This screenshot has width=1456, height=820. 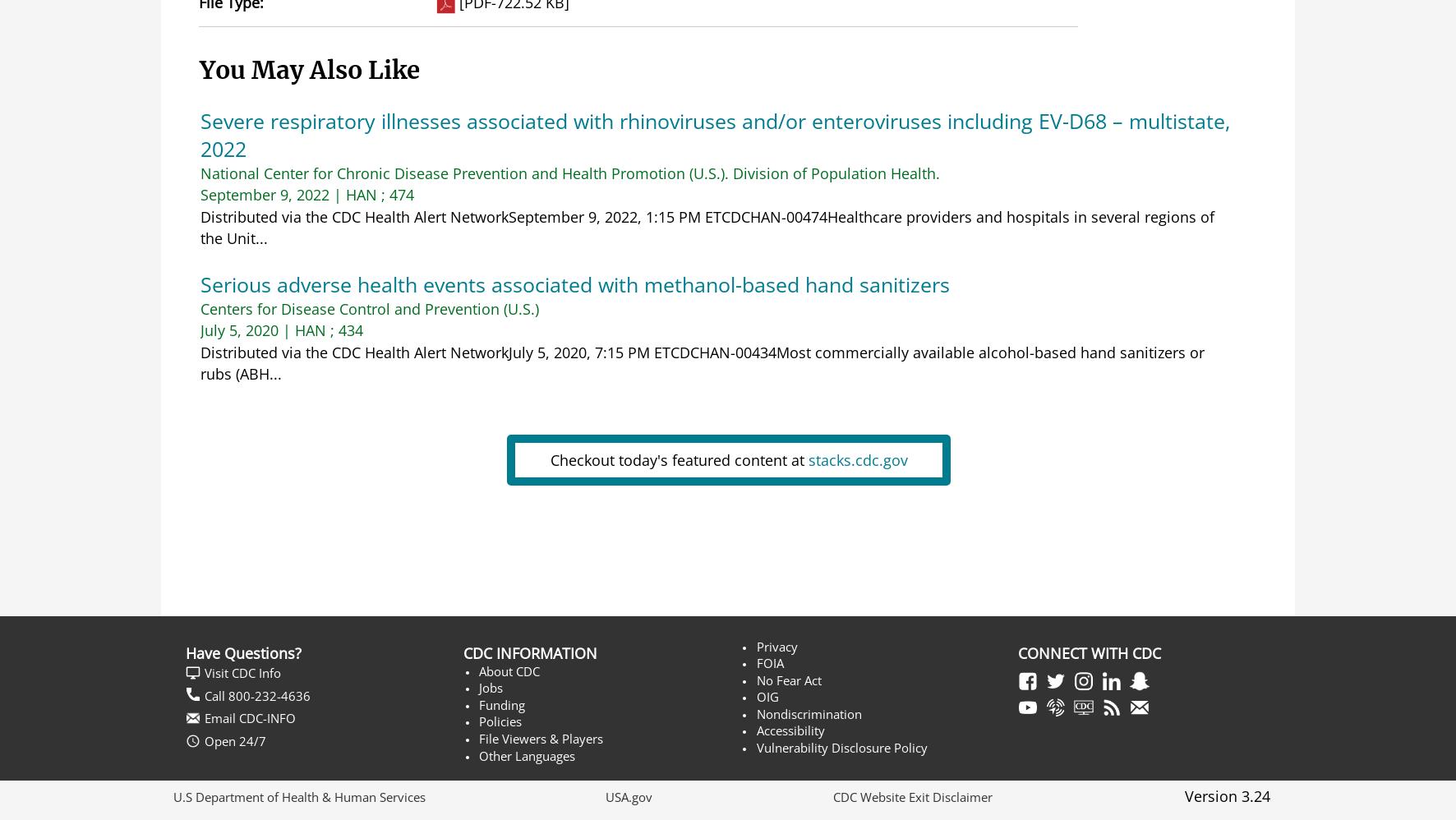 What do you see at coordinates (299, 795) in the screenshot?
I see `'U.S
								Department of Health & Human Services'` at bounding box center [299, 795].